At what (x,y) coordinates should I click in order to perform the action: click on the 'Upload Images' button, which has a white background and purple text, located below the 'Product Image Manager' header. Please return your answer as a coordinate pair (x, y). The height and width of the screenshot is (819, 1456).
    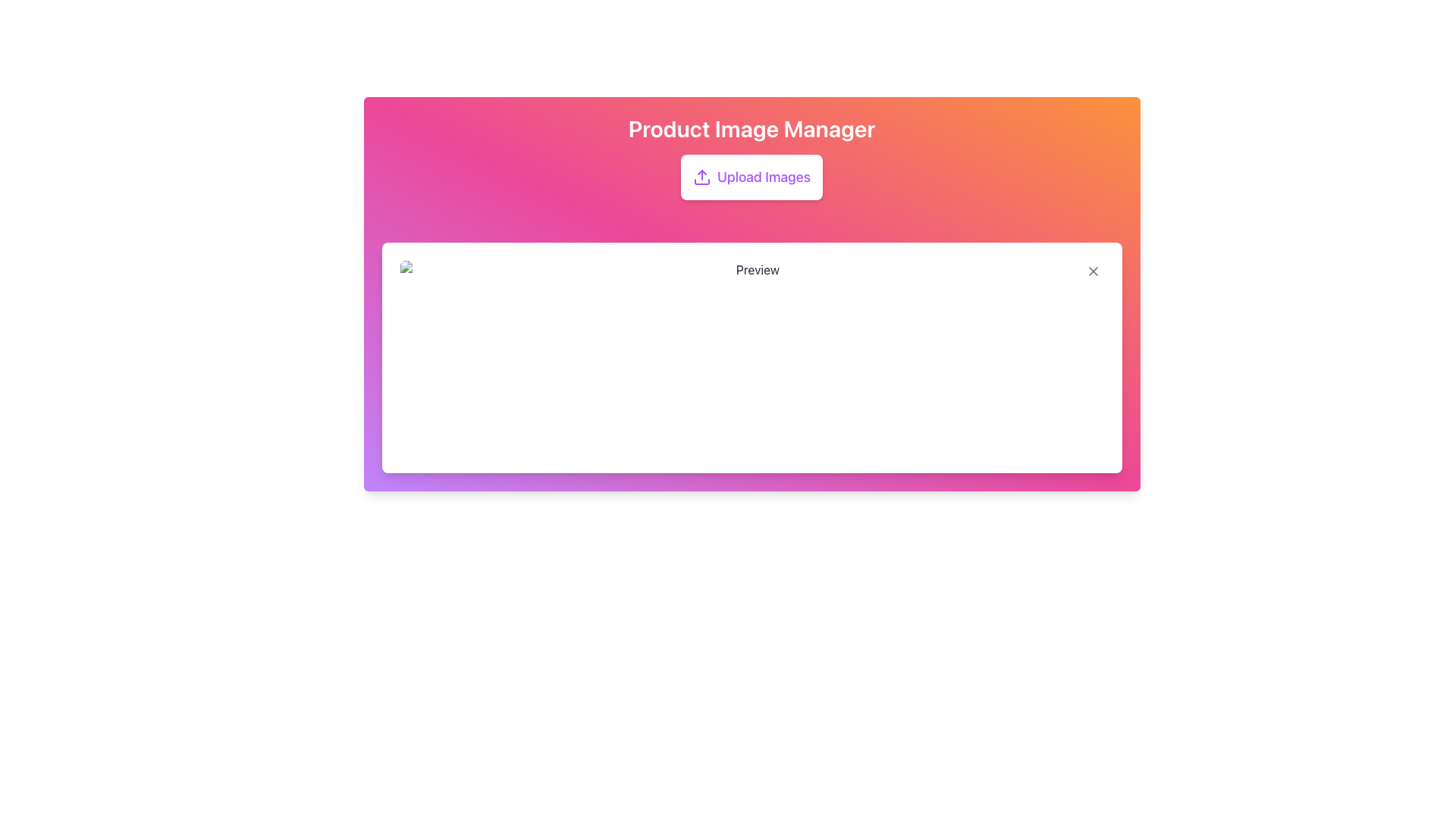
    Looking at the image, I should click on (752, 177).